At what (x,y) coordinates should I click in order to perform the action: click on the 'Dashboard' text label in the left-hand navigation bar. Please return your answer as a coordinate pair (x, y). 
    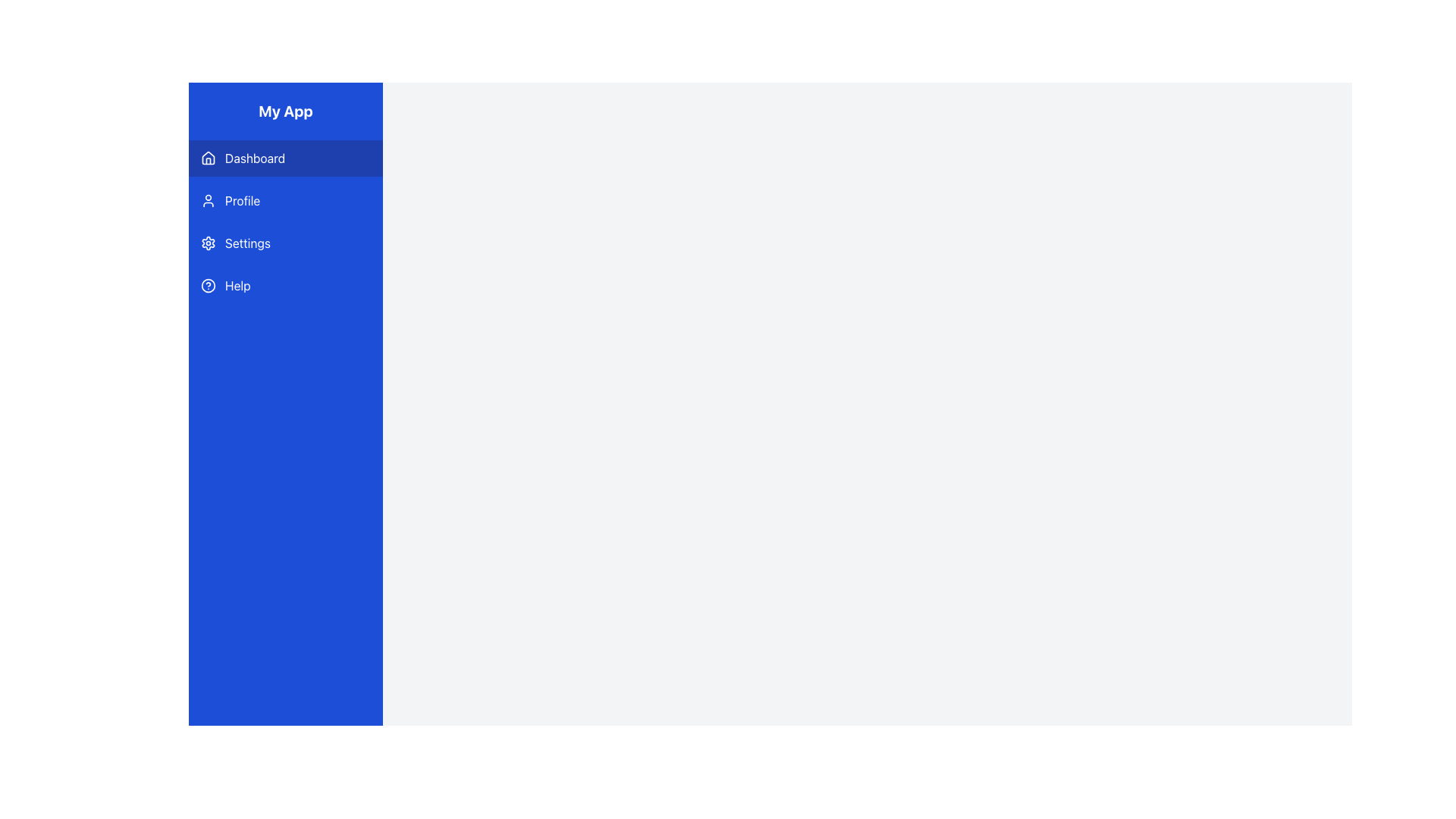
    Looking at the image, I should click on (255, 158).